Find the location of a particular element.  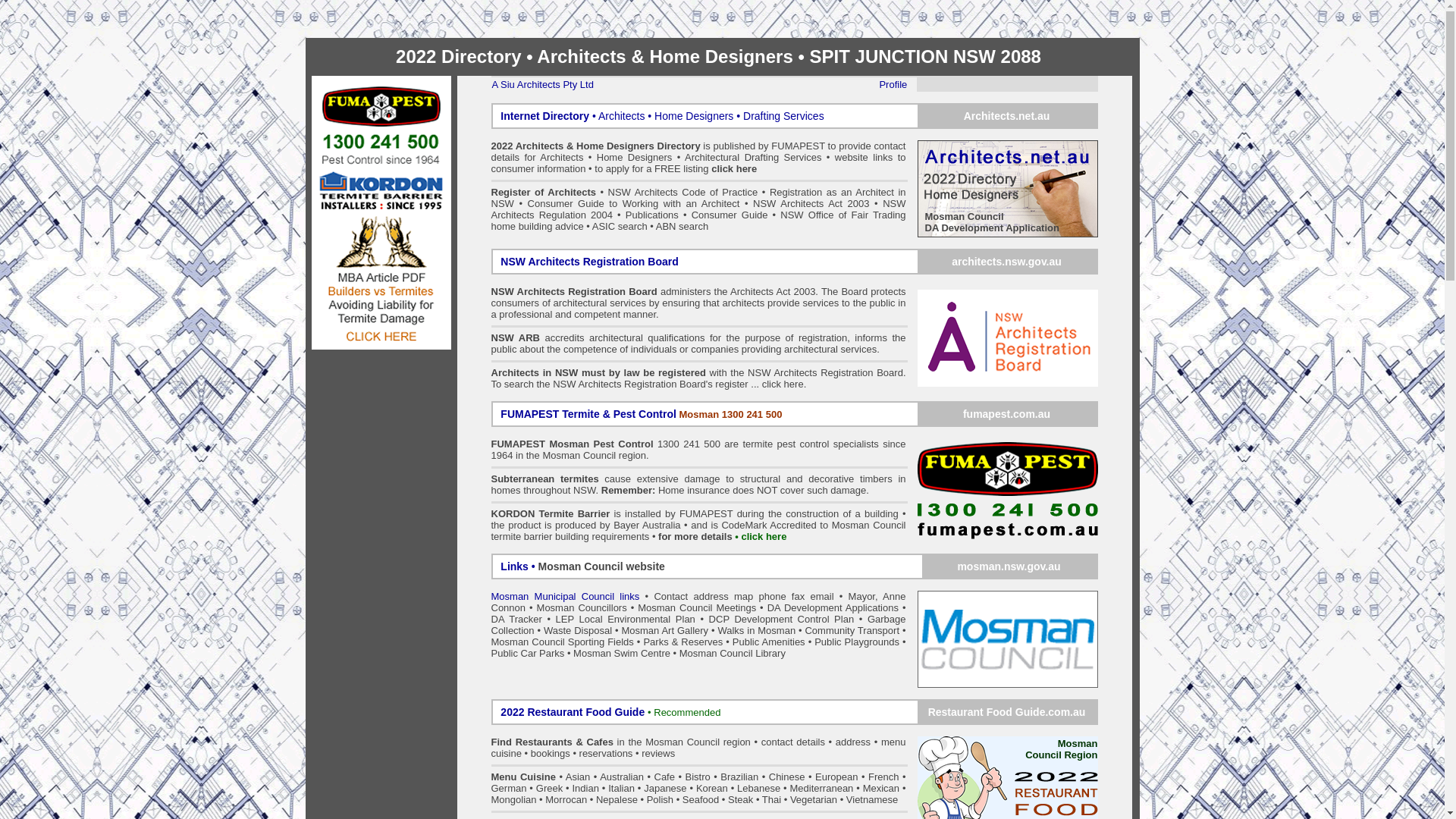

'Subterranean termites' is located at coordinates (545, 479).